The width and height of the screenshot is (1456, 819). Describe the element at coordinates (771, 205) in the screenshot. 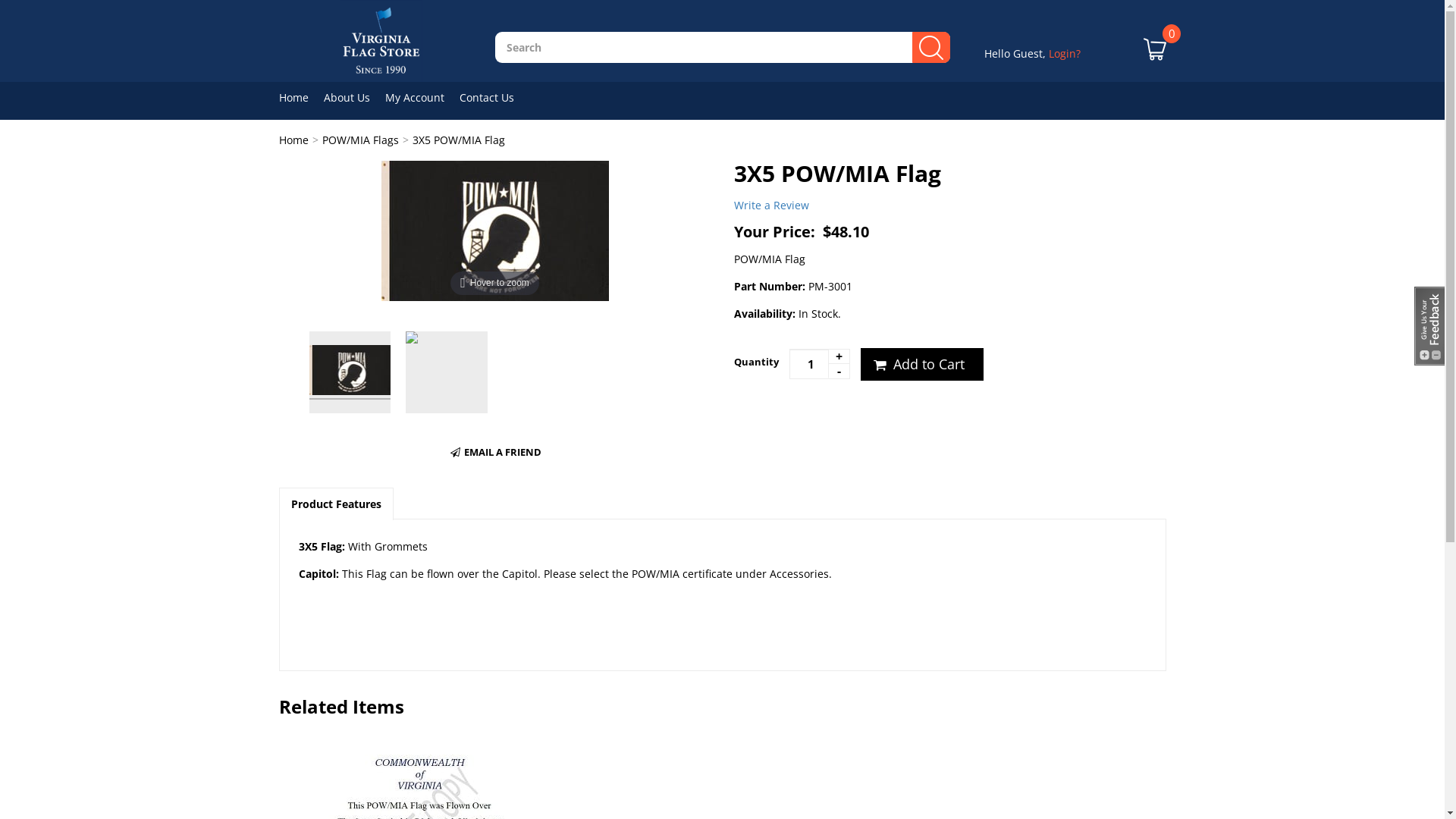

I see `'Write a Review'` at that location.